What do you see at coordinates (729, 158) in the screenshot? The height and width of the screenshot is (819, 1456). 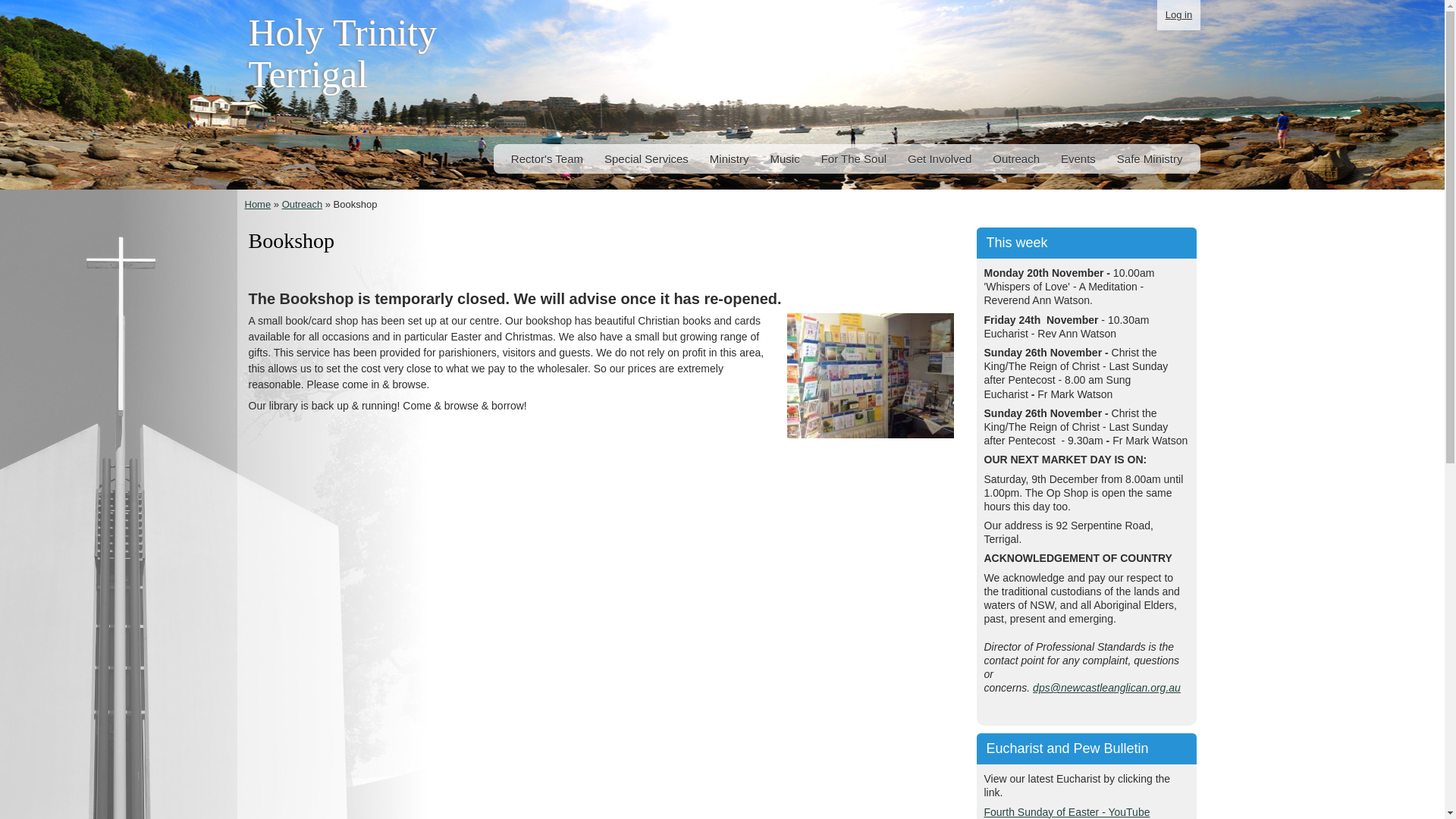 I see `'Ministry'` at bounding box center [729, 158].